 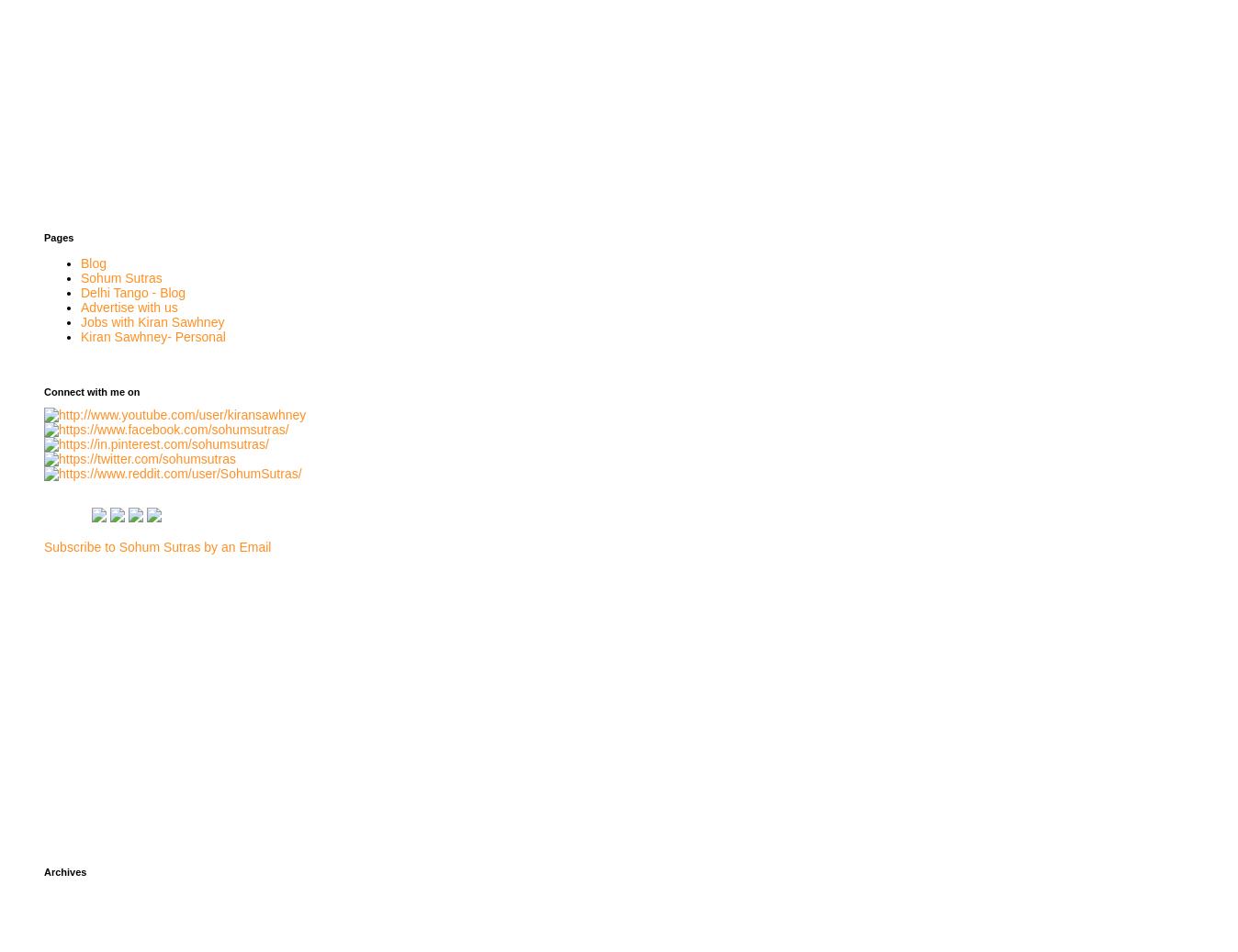 I want to click on 'Sohum Sutras', so click(x=119, y=275).